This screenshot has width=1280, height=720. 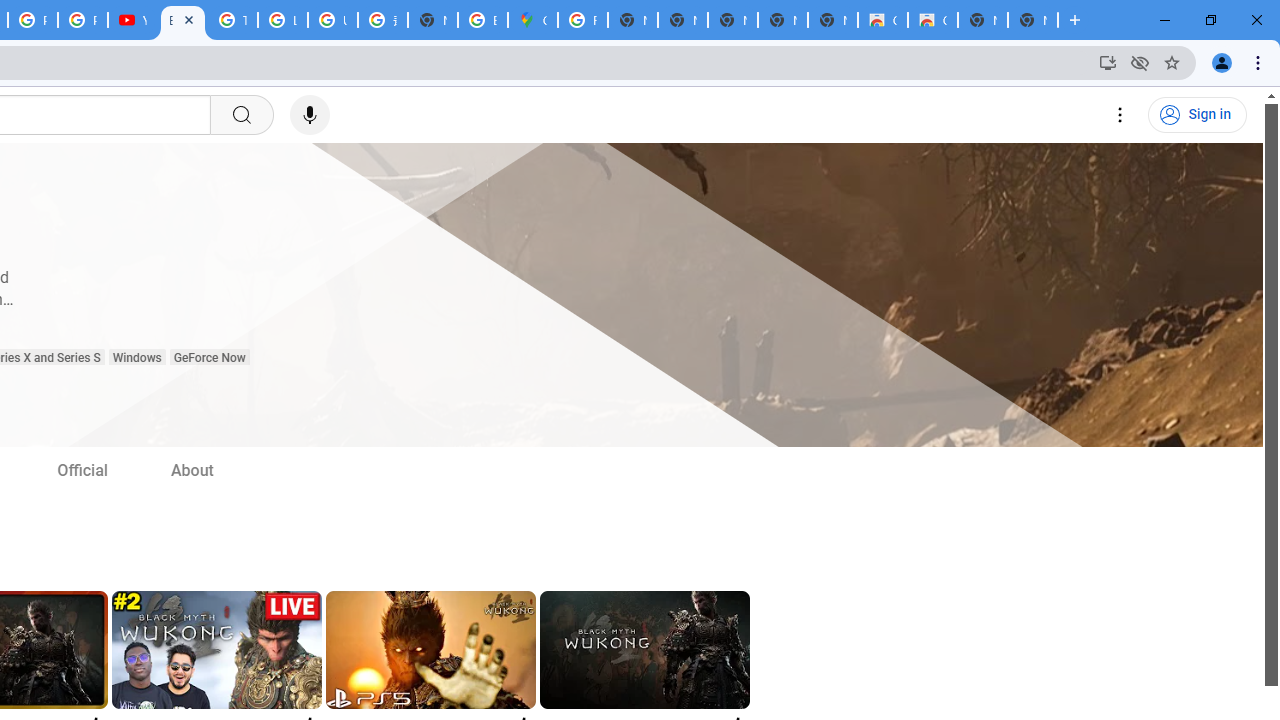 What do you see at coordinates (80, 470) in the screenshot?
I see `'Official'` at bounding box center [80, 470].